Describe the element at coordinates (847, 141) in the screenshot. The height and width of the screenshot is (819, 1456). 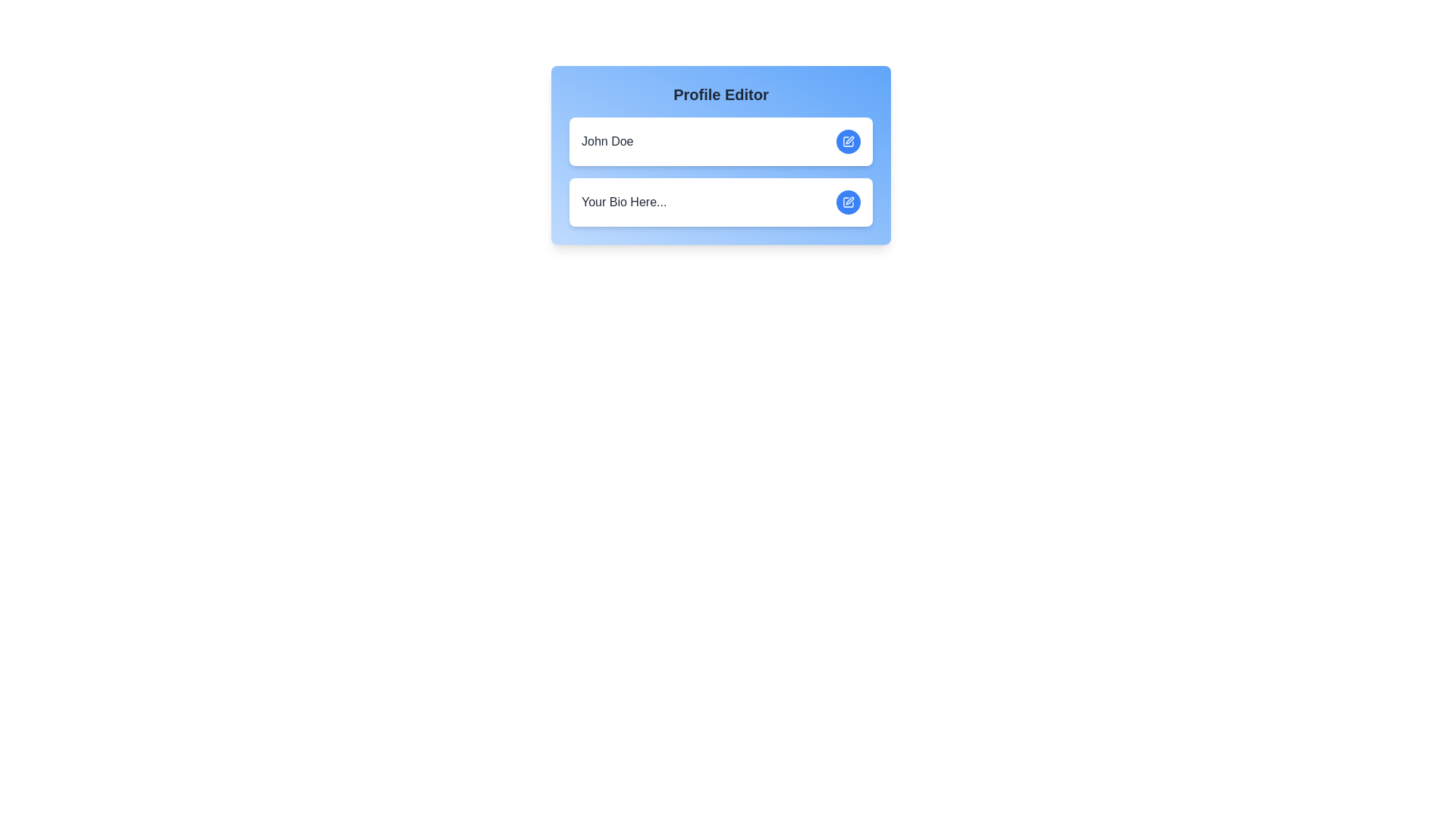
I see `the edit icon button located within a circular button next to the text field containing 'John Doe' to initiate the profile name editing process` at that location.